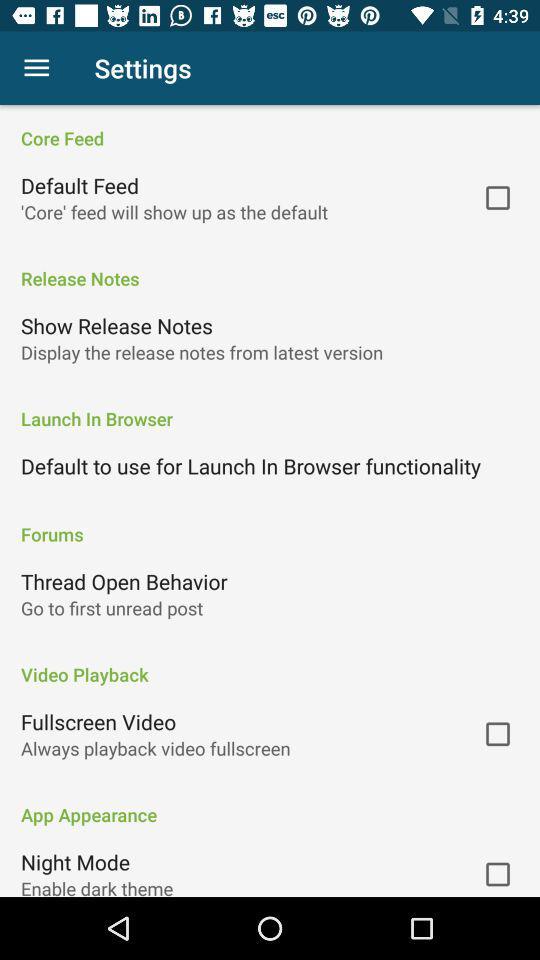 This screenshot has height=960, width=540. I want to click on item below night mode, so click(96, 885).